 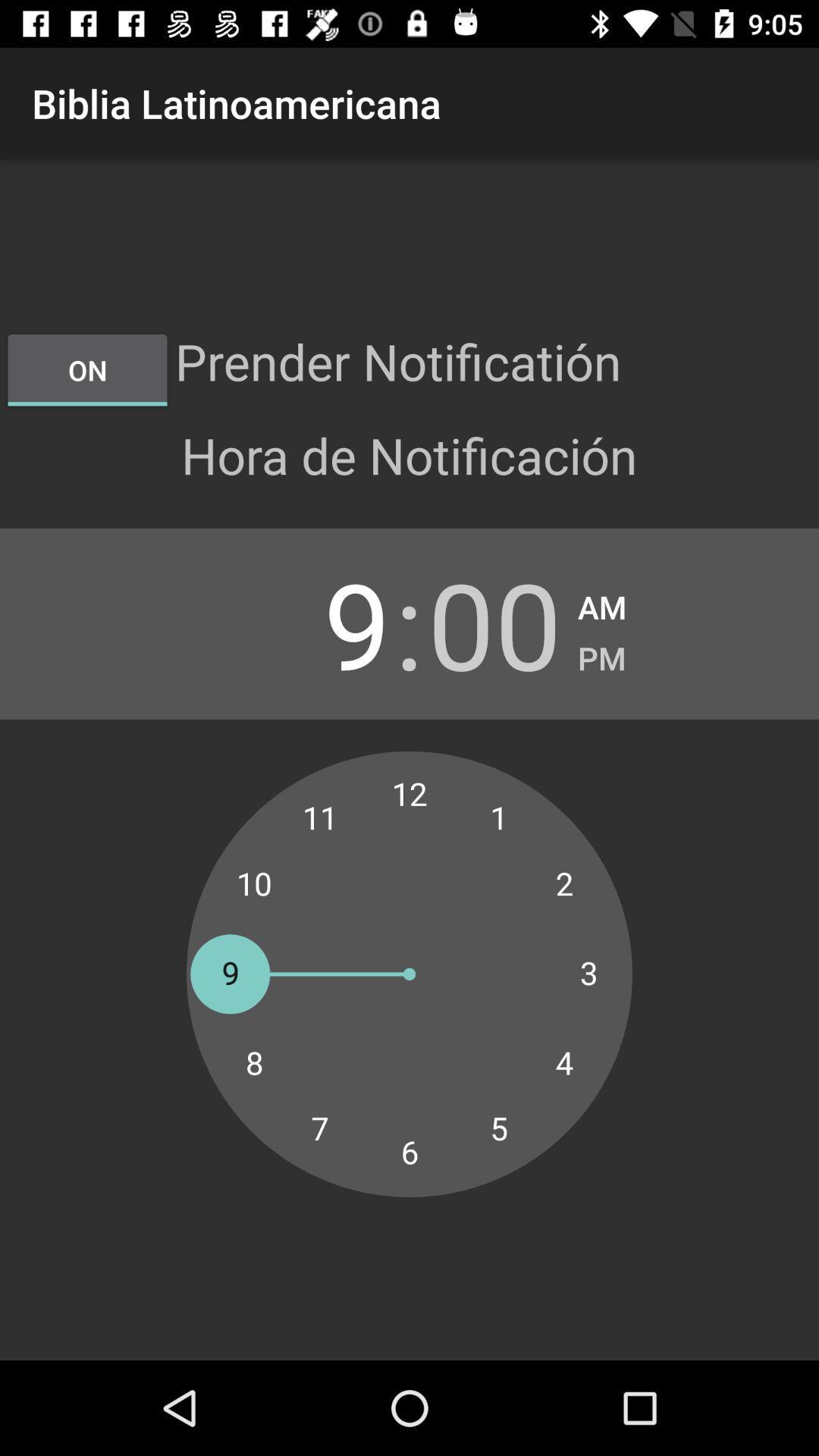 I want to click on 9 icon, so click(x=322, y=623).